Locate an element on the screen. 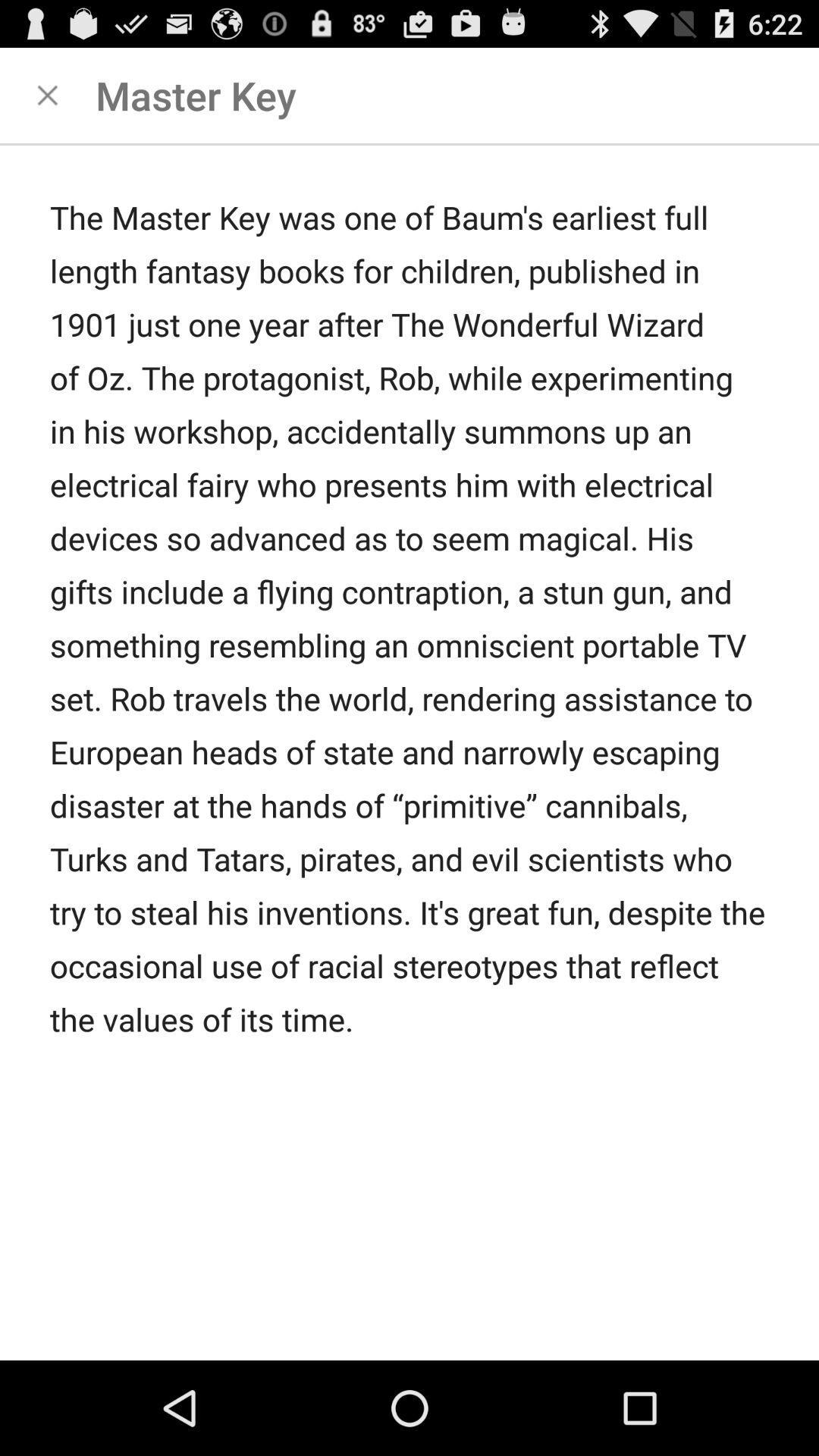 The image size is (819, 1456). icon at the top left corner is located at coordinates (46, 94).